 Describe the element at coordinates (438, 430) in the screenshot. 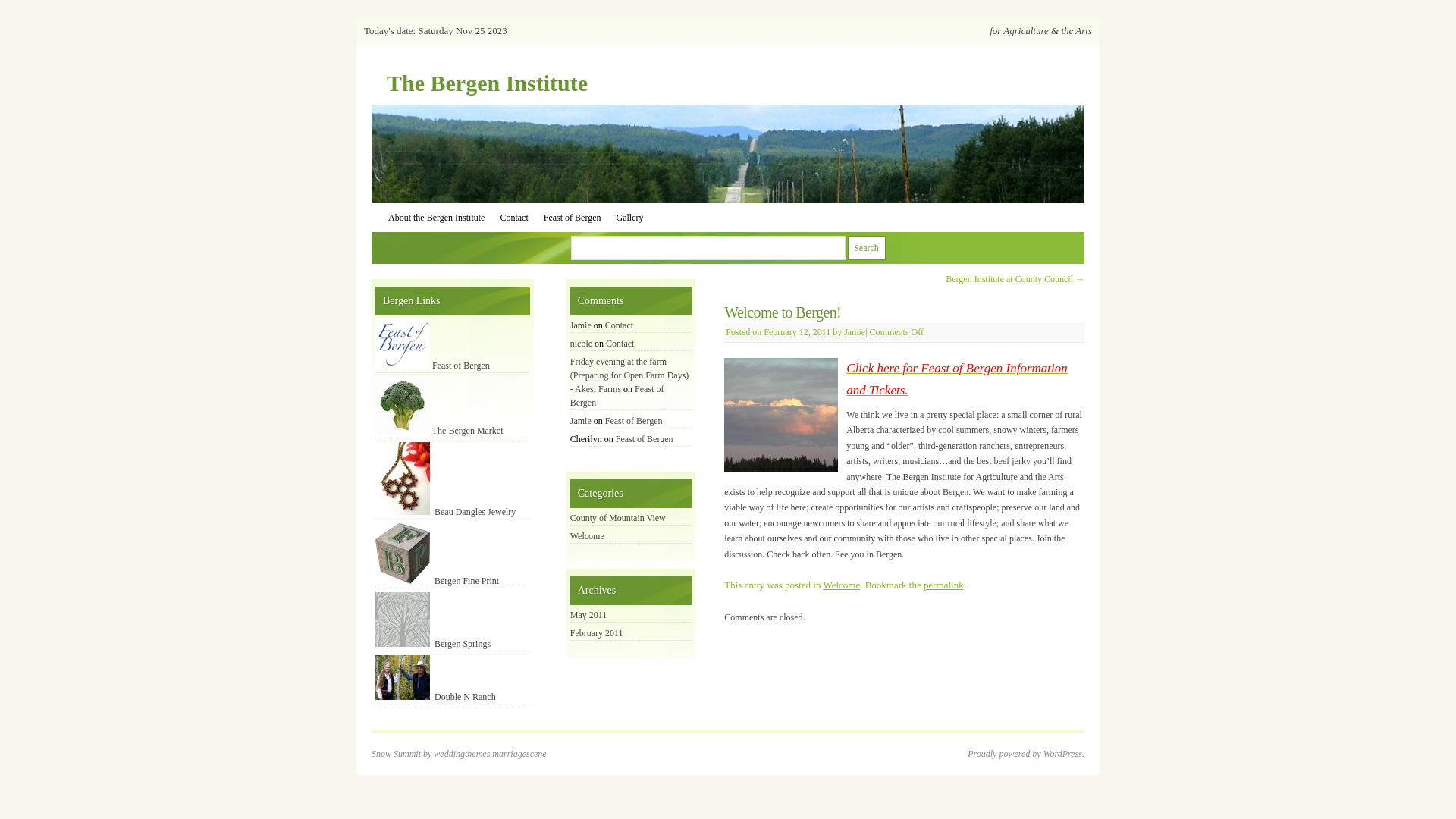

I see `'The Bergen Market'` at that location.